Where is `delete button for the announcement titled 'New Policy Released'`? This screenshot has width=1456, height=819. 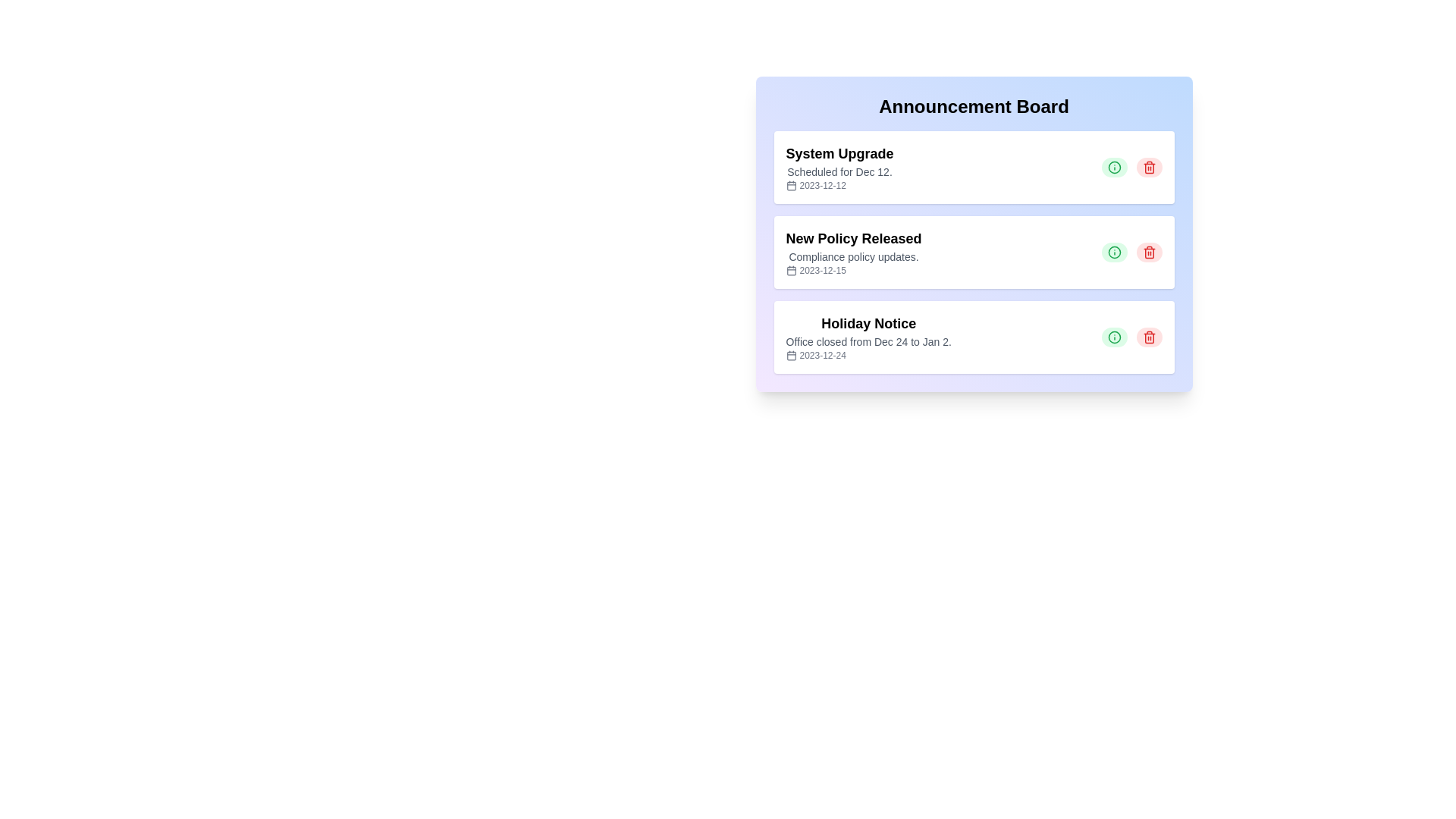 delete button for the announcement titled 'New Policy Released' is located at coordinates (1149, 251).